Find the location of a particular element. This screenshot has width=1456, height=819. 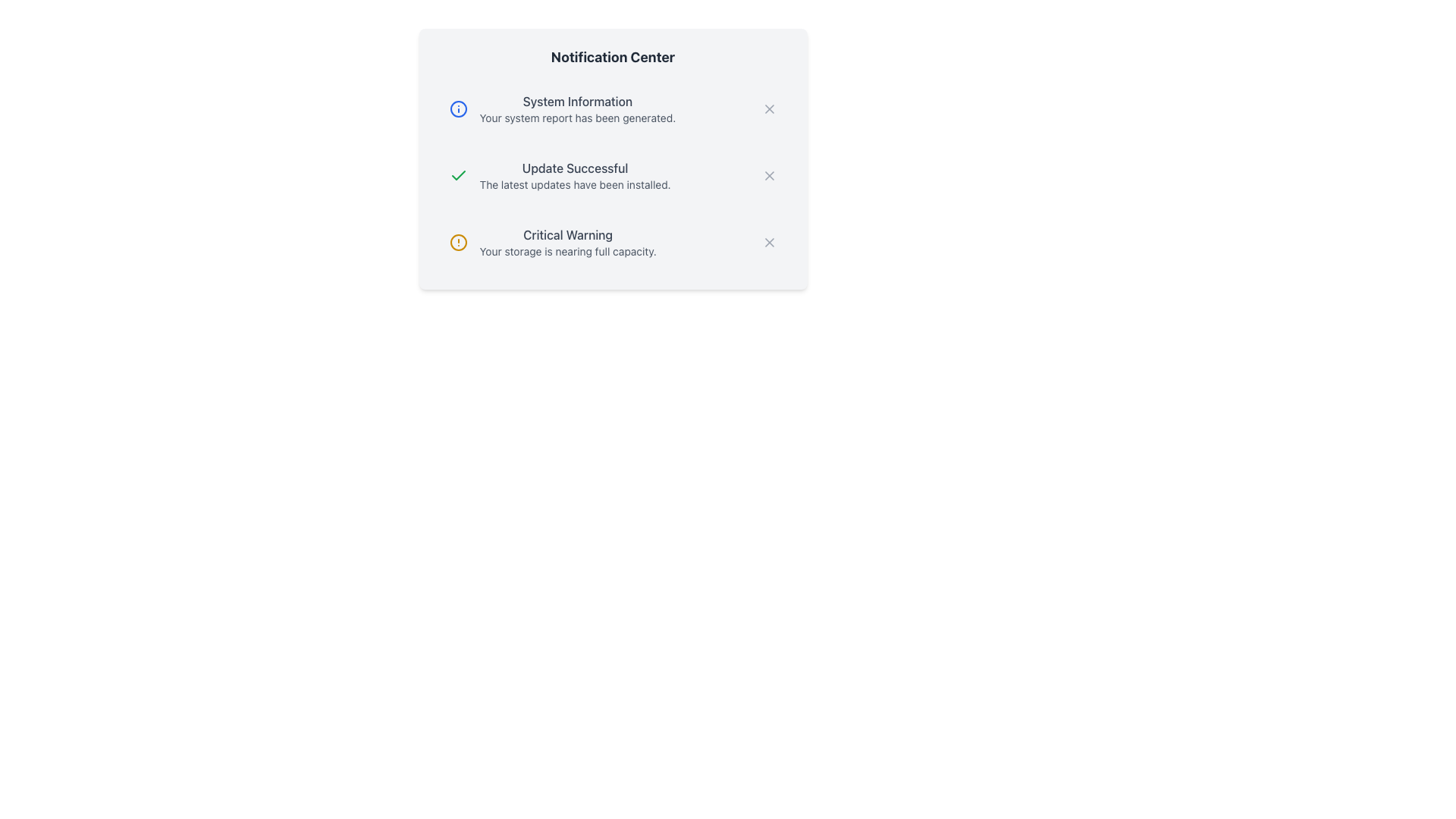

the close button located in the top-right corner of the 'Critical Warning' notification panel to change its color is located at coordinates (769, 242).